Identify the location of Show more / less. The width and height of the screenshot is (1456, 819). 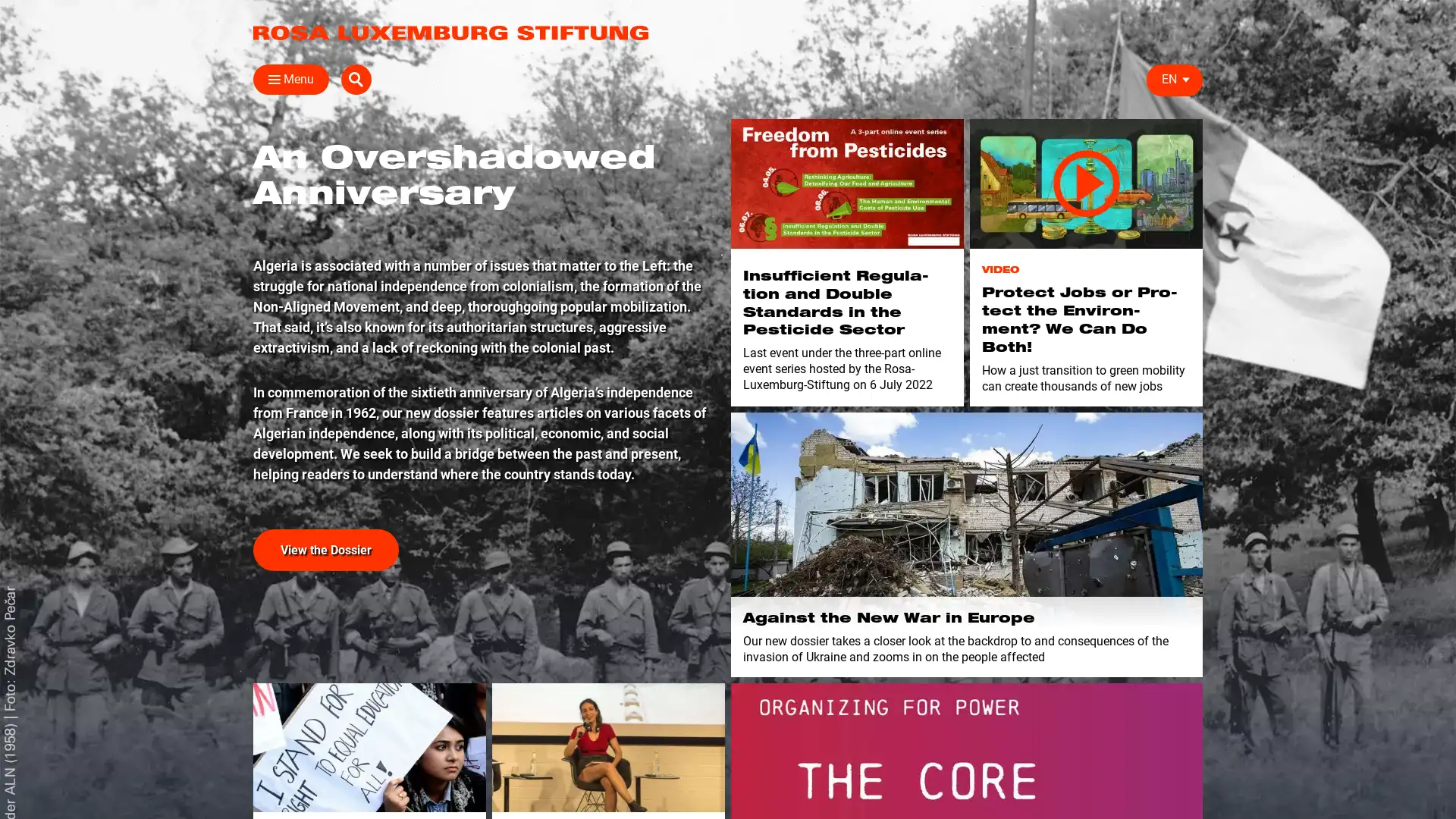
(246, 348).